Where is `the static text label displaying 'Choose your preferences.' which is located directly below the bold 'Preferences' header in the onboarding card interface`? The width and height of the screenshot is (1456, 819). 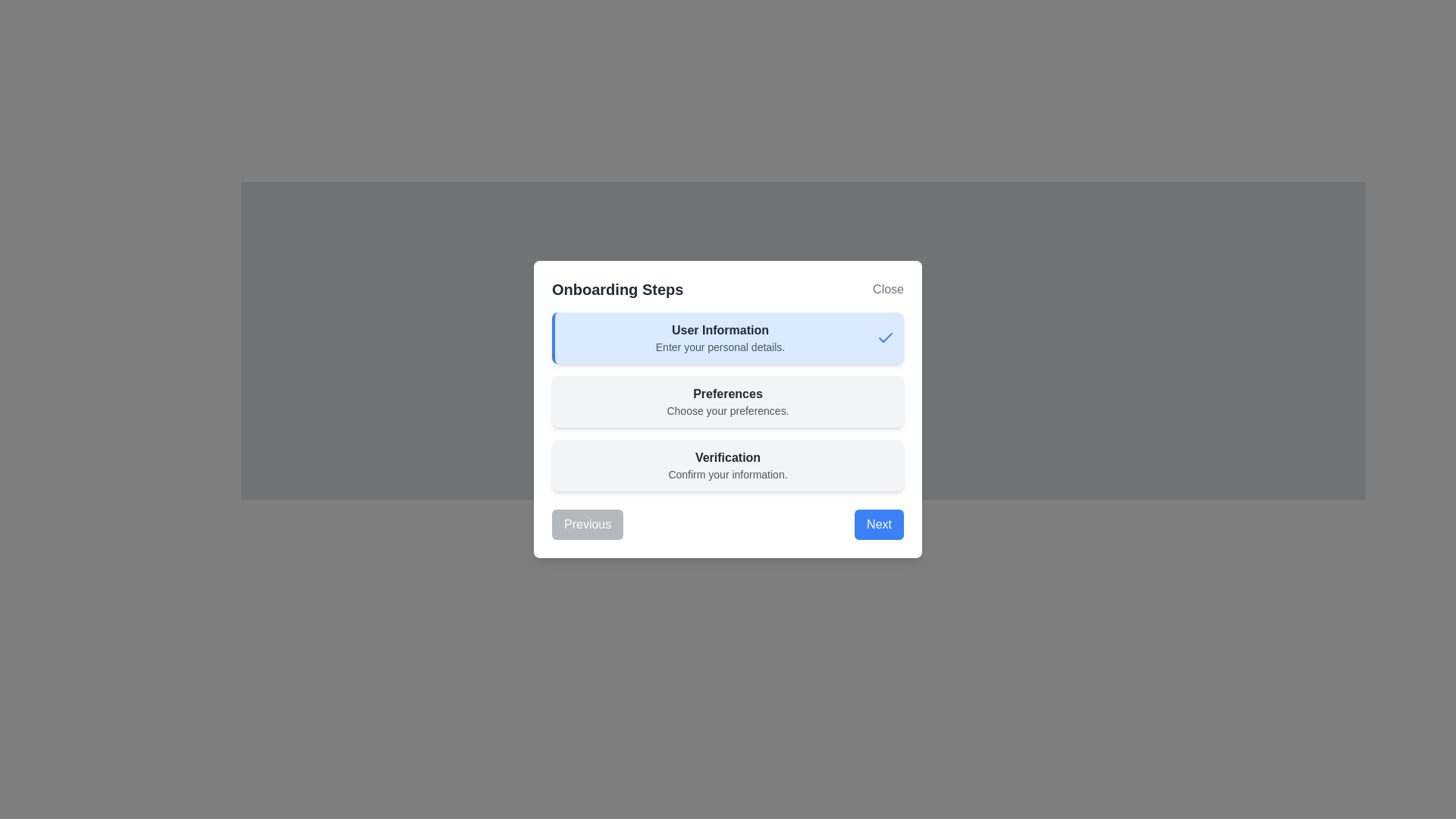 the static text label displaying 'Choose your preferences.' which is located directly below the bold 'Preferences' header in the onboarding card interface is located at coordinates (728, 411).